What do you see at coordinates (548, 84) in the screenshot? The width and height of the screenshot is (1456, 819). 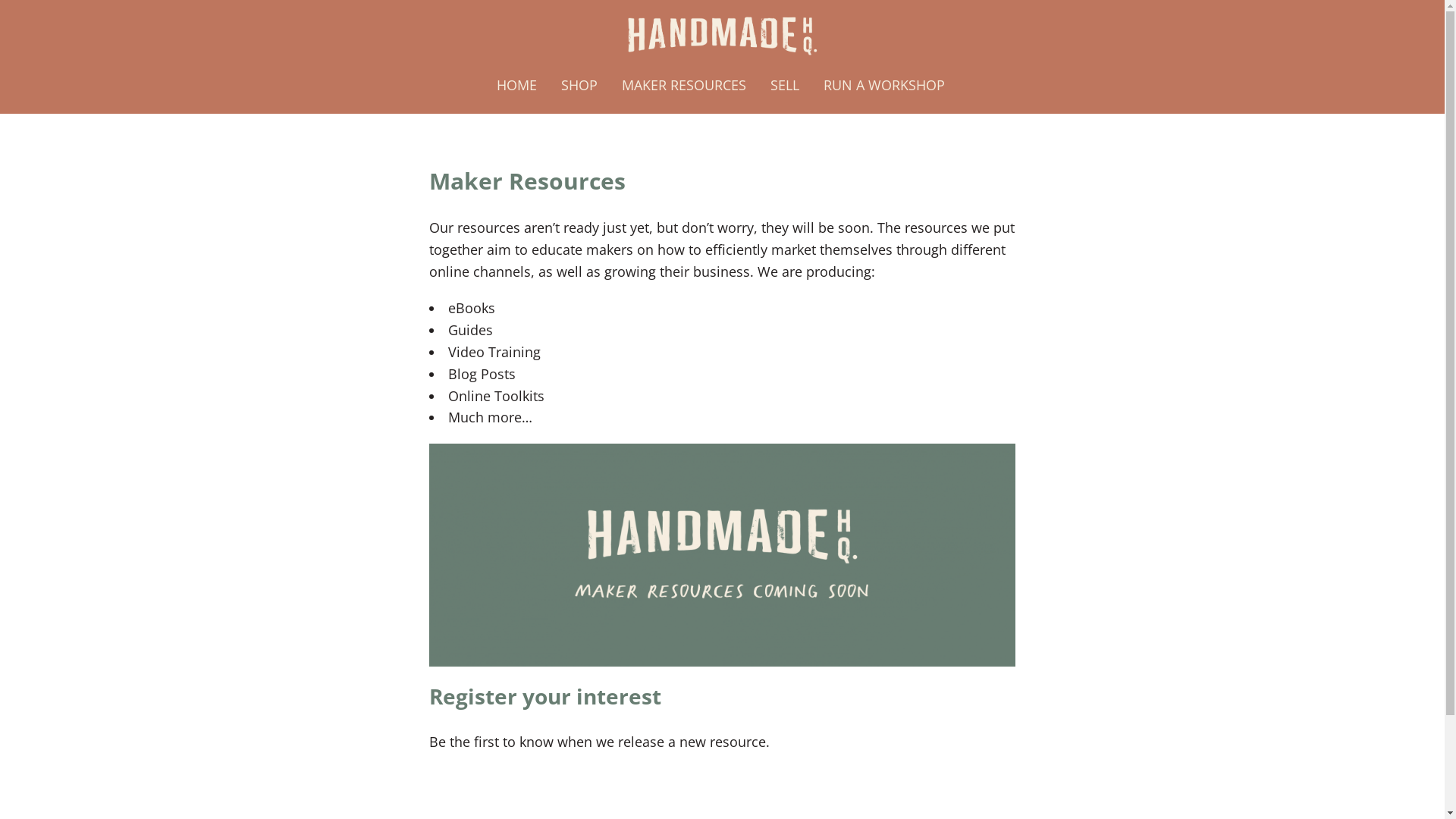 I see `'SHOP'` at bounding box center [548, 84].